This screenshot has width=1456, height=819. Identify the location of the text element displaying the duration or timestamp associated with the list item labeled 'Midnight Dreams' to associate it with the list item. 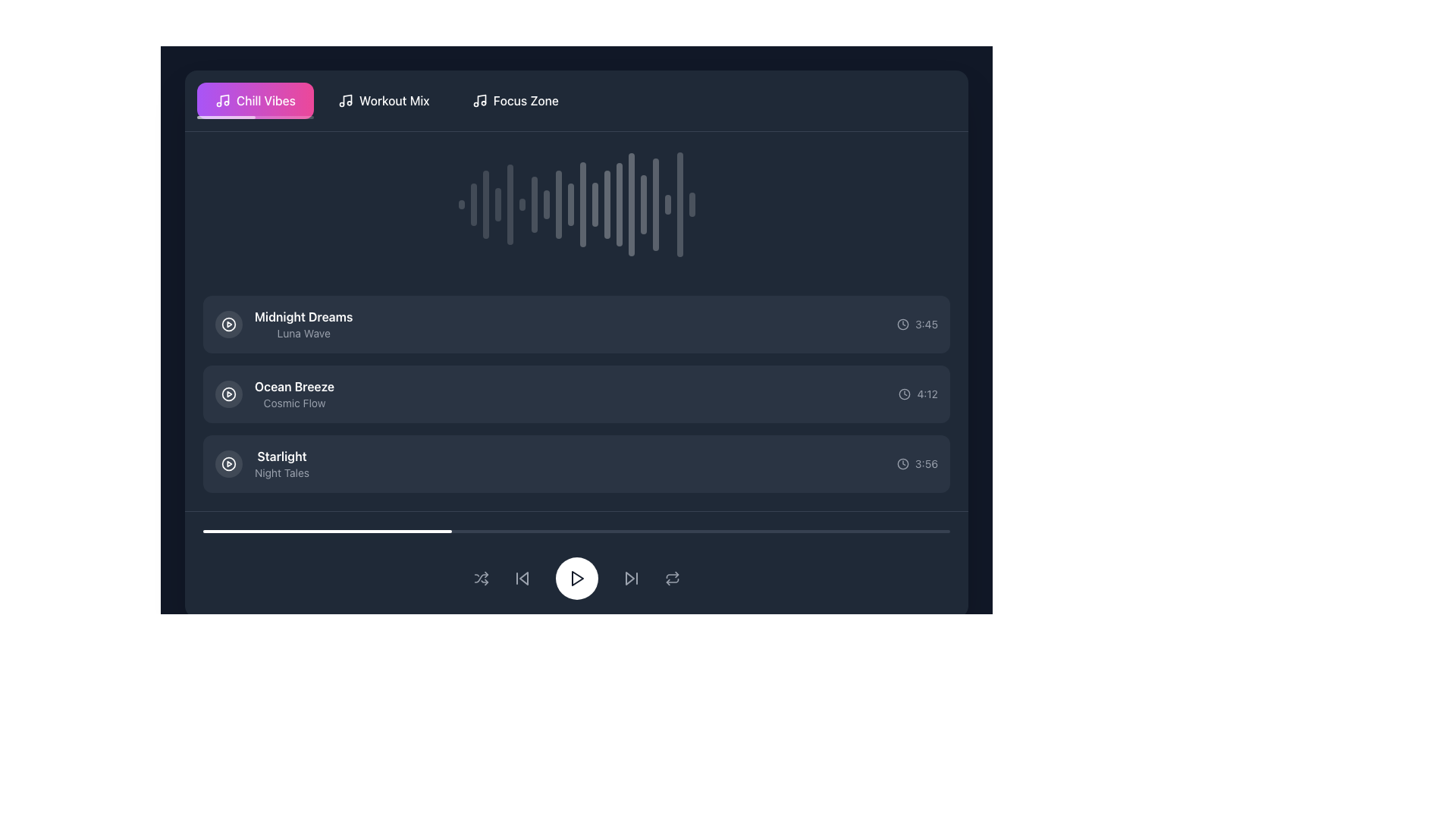
(916, 324).